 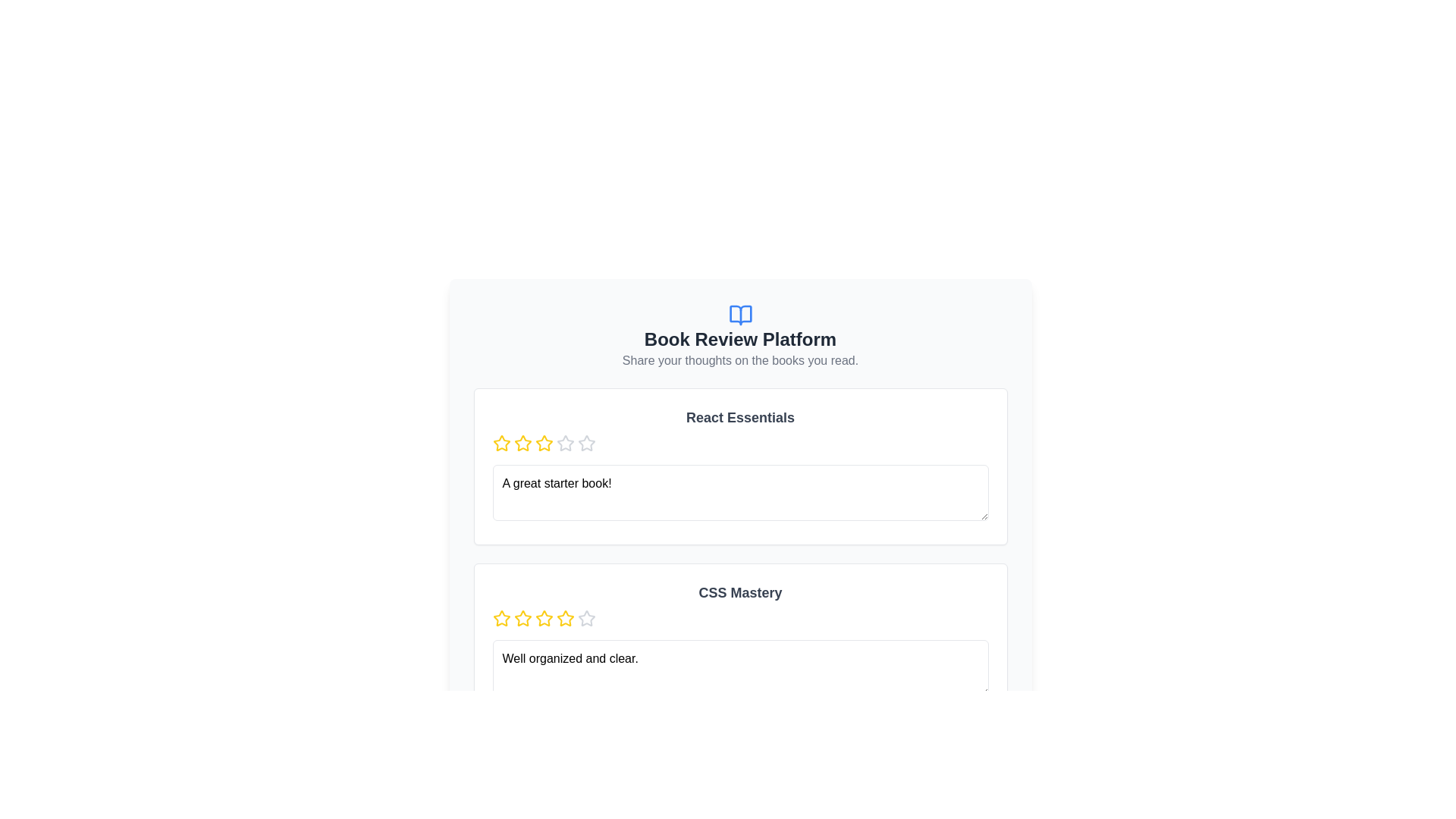 What do you see at coordinates (544, 619) in the screenshot?
I see `the third star in the rating system under the 'CSS Mastery' book review section` at bounding box center [544, 619].